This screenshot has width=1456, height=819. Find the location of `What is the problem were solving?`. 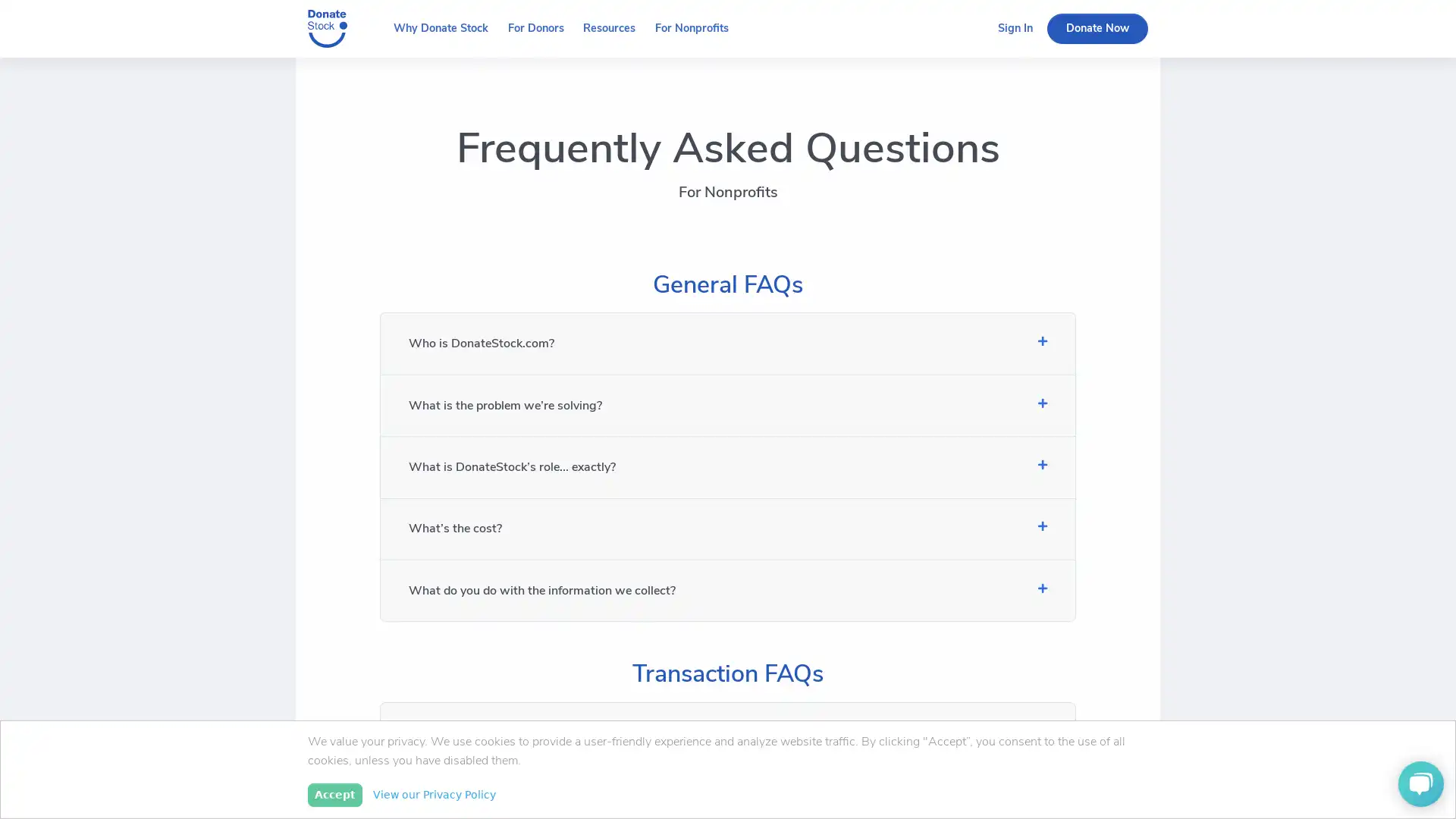

What is the problem were solving? is located at coordinates (726, 404).